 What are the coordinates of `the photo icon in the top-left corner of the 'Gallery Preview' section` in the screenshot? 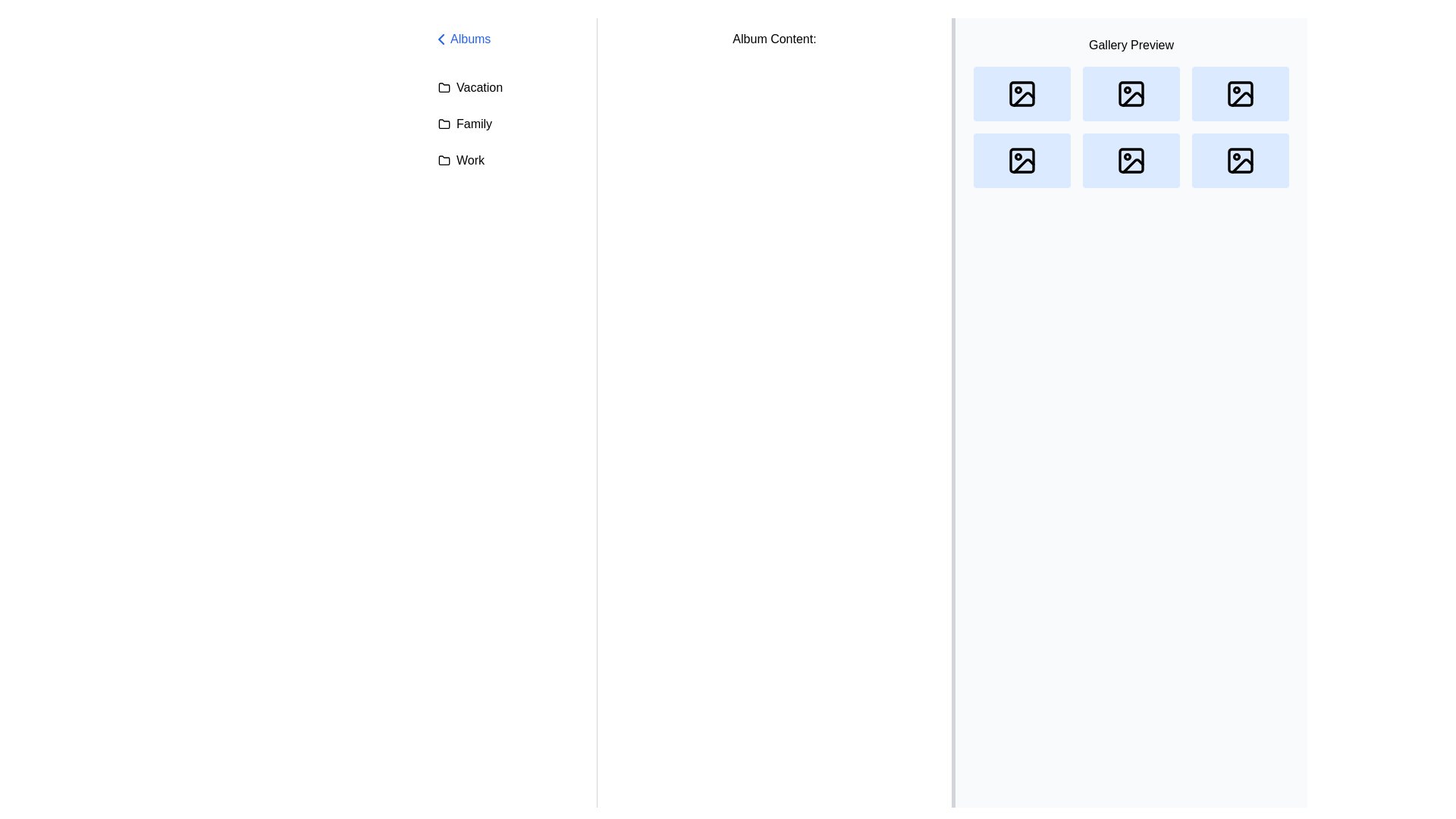 It's located at (1022, 93).